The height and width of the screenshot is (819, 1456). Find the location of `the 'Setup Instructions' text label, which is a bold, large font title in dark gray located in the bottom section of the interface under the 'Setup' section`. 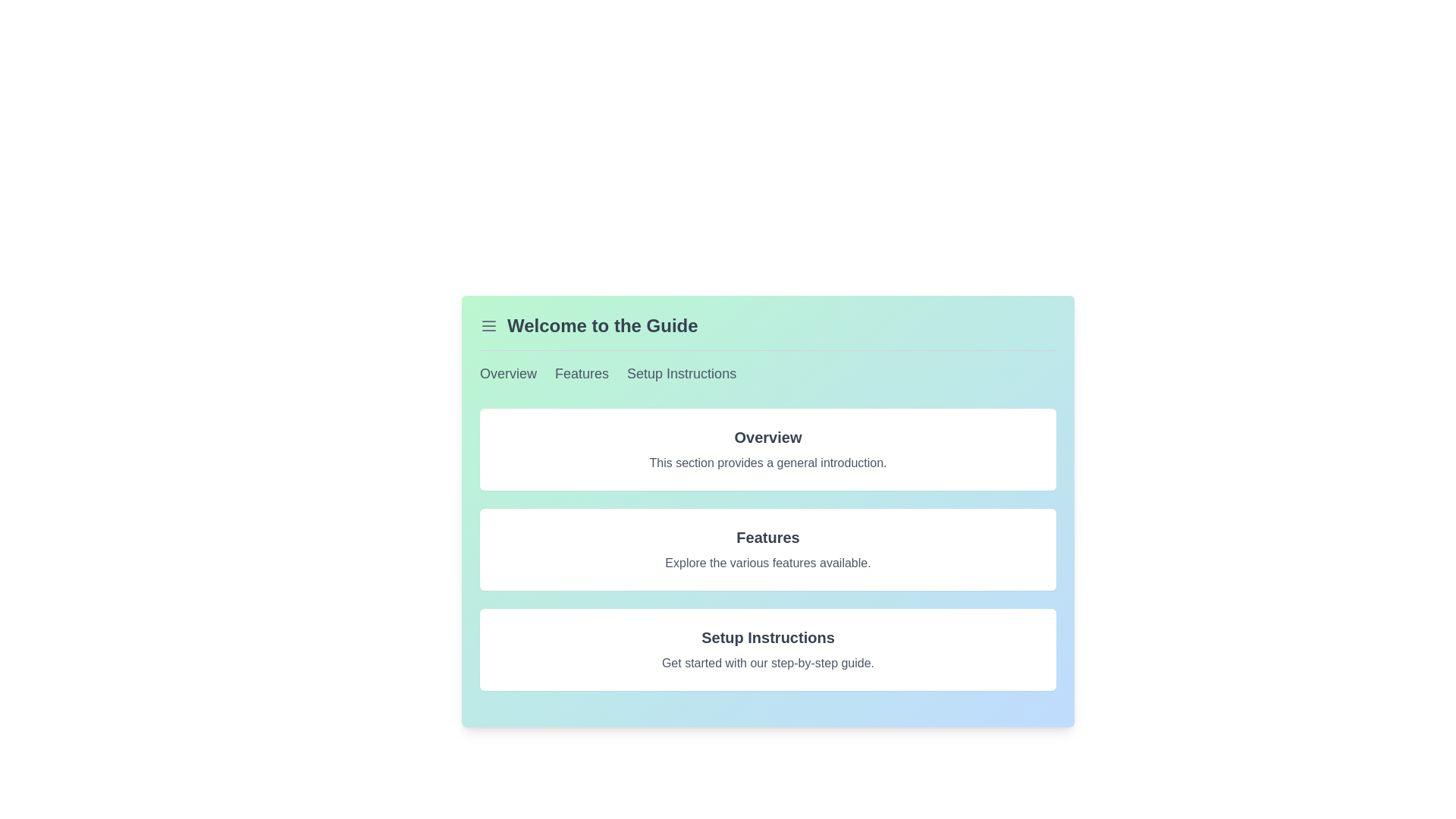

the 'Setup Instructions' text label, which is a bold, large font title in dark gray located in the bottom section of the interface under the 'Setup' section is located at coordinates (767, 637).